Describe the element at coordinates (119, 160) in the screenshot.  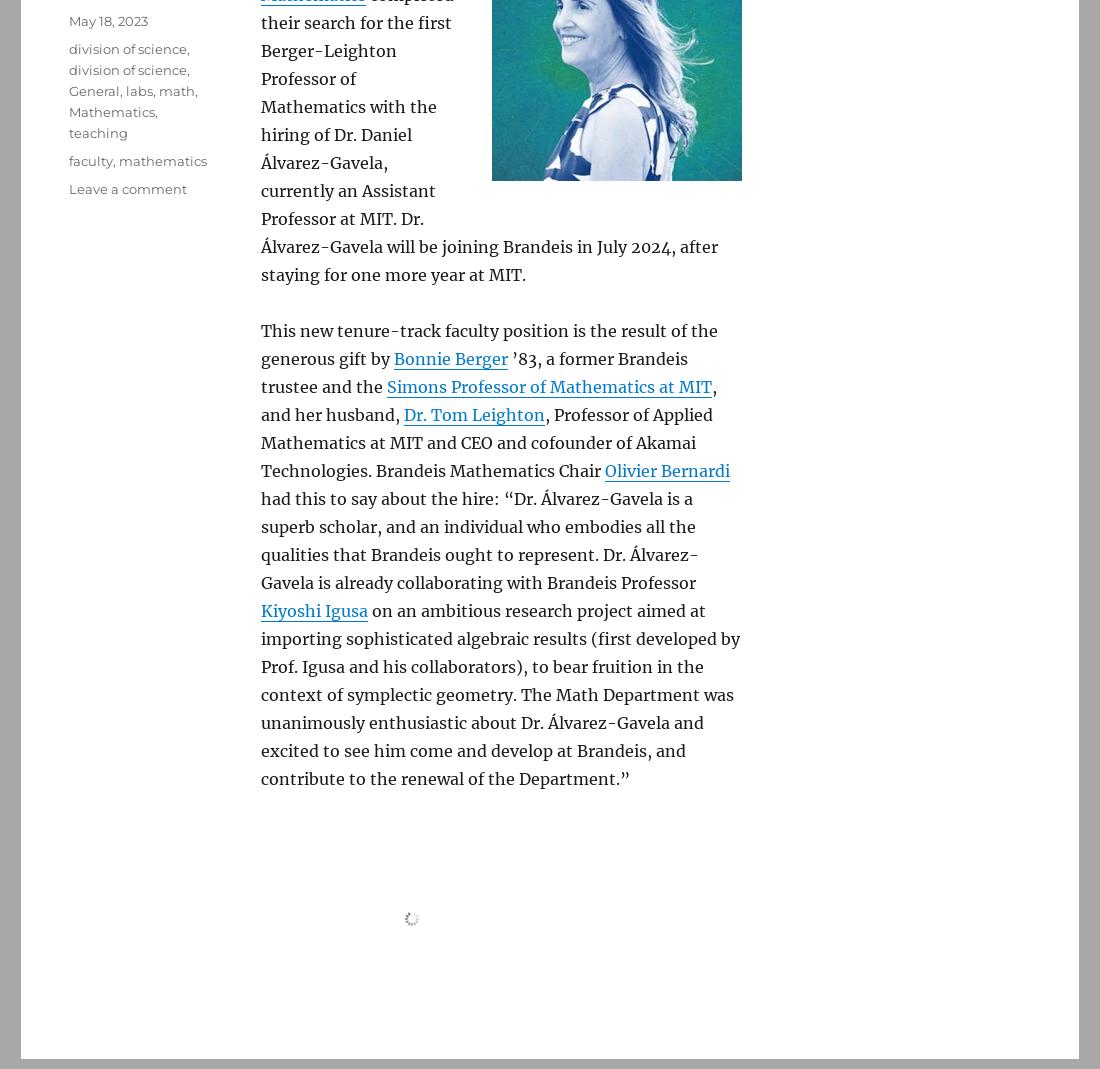
I see `'mathematics'` at that location.